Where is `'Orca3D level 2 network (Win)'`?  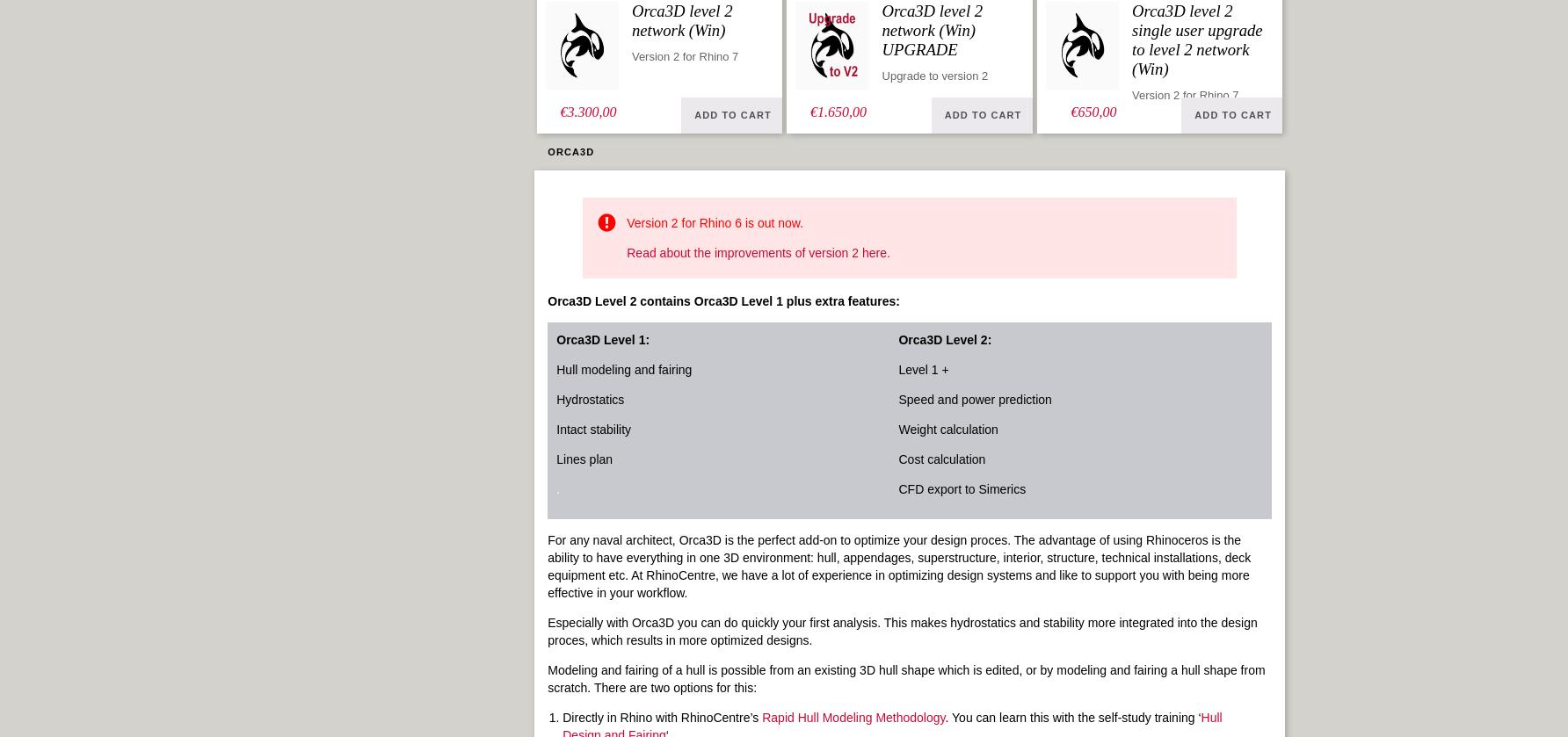
'Orca3D level 2 network (Win)' is located at coordinates (631, 20).